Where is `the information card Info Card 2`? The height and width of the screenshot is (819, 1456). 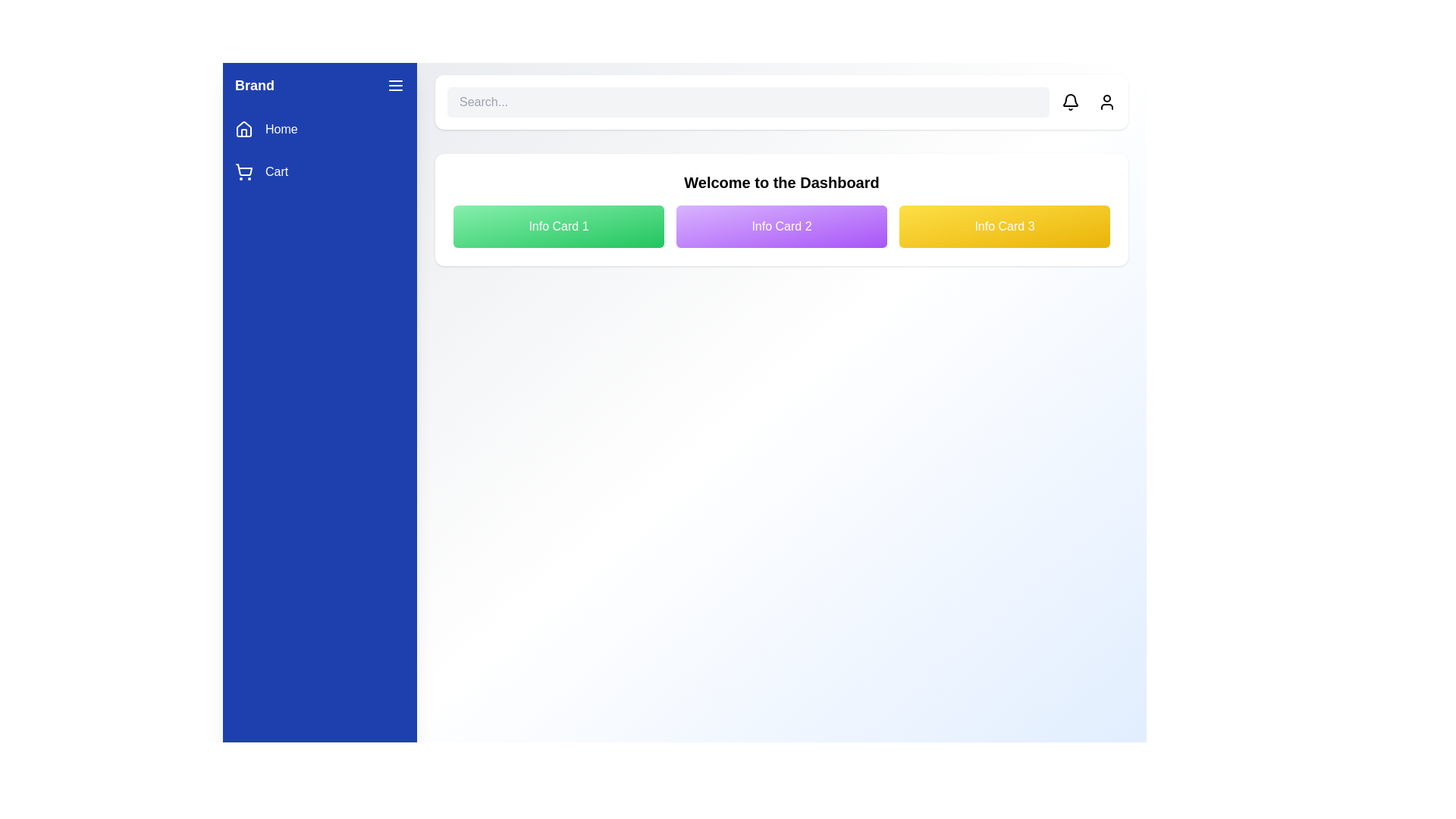
the information card Info Card 2 is located at coordinates (782, 227).